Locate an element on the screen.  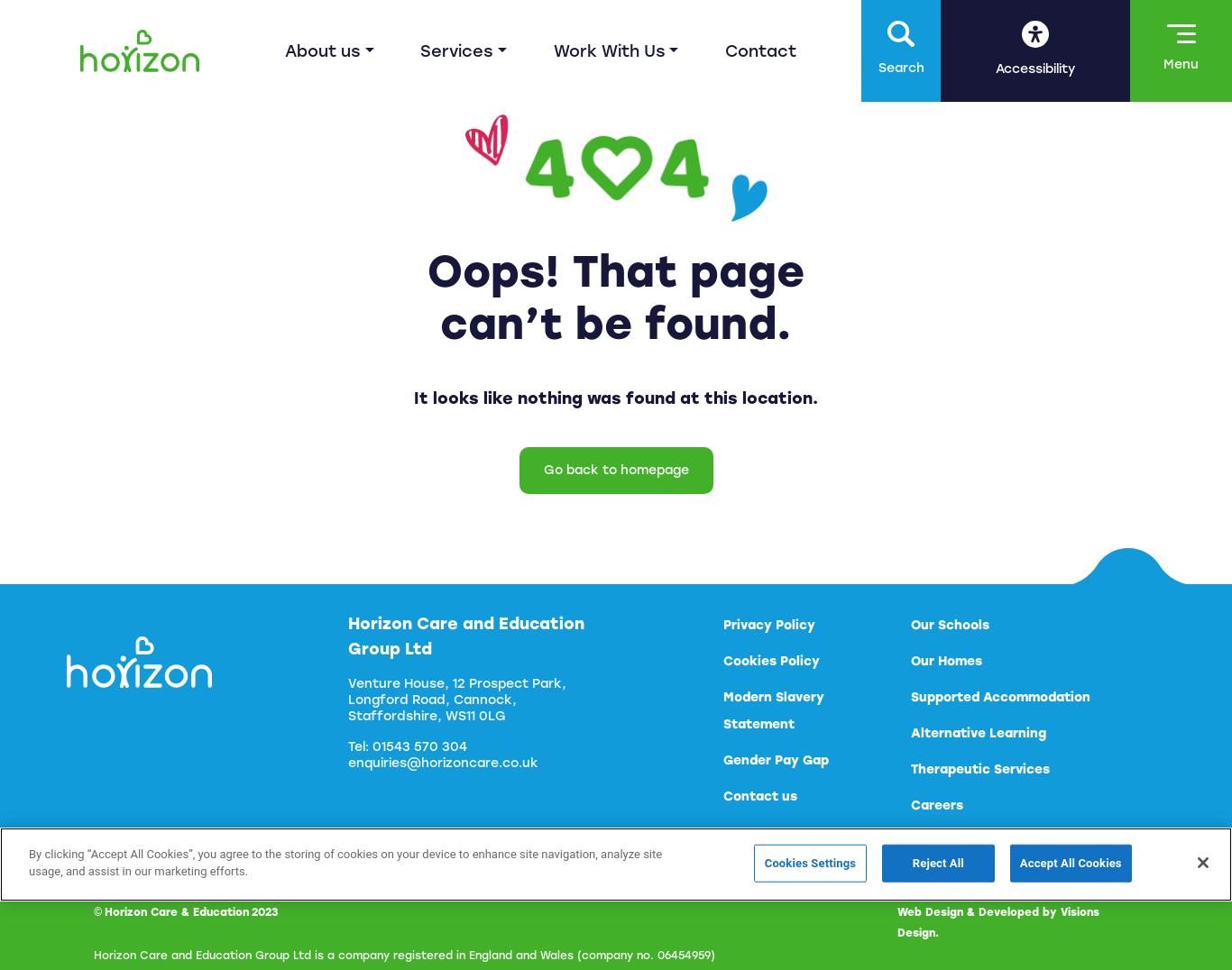
'Increase Text' is located at coordinates (894, 167).